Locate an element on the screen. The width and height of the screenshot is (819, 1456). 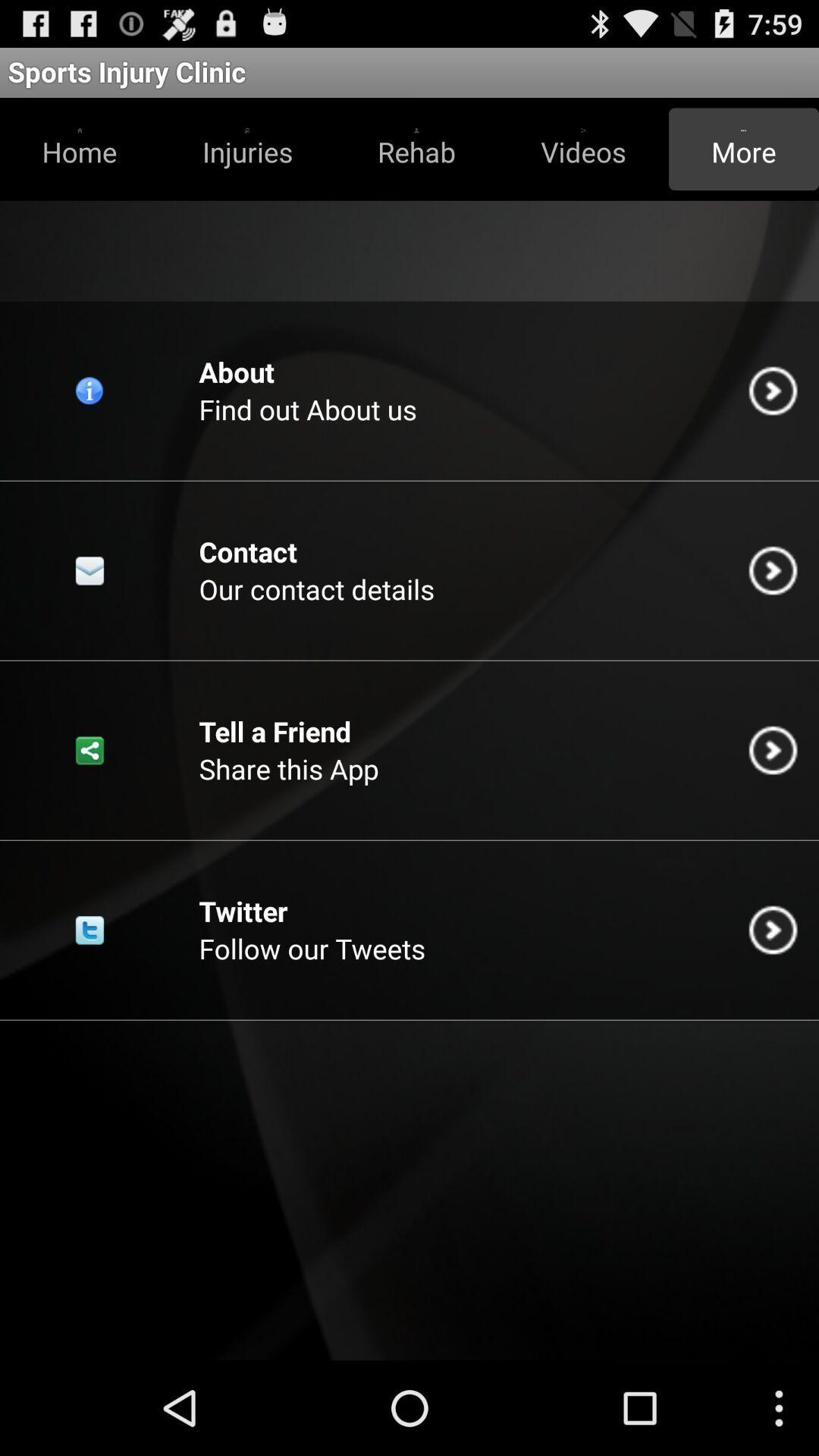
the item next to the injuries icon is located at coordinates (416, 149).